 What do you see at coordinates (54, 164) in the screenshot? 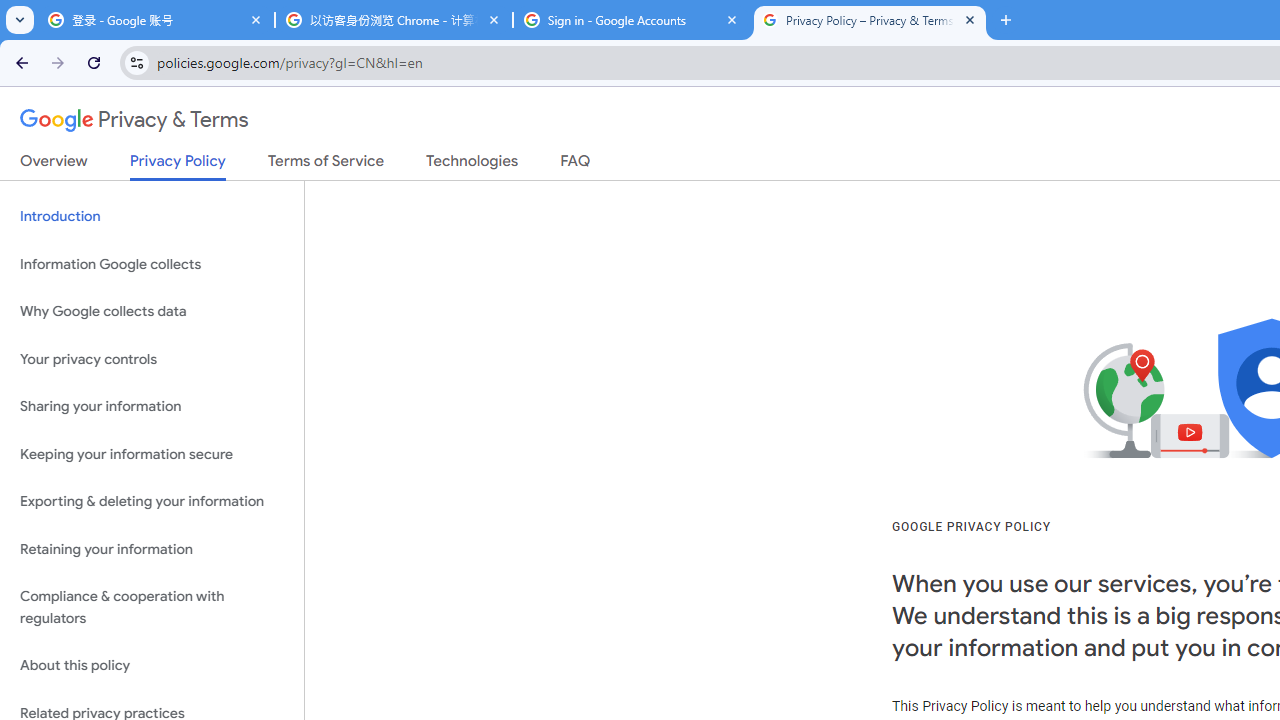
I see `'Overview'` at bounding box center [54, 164].